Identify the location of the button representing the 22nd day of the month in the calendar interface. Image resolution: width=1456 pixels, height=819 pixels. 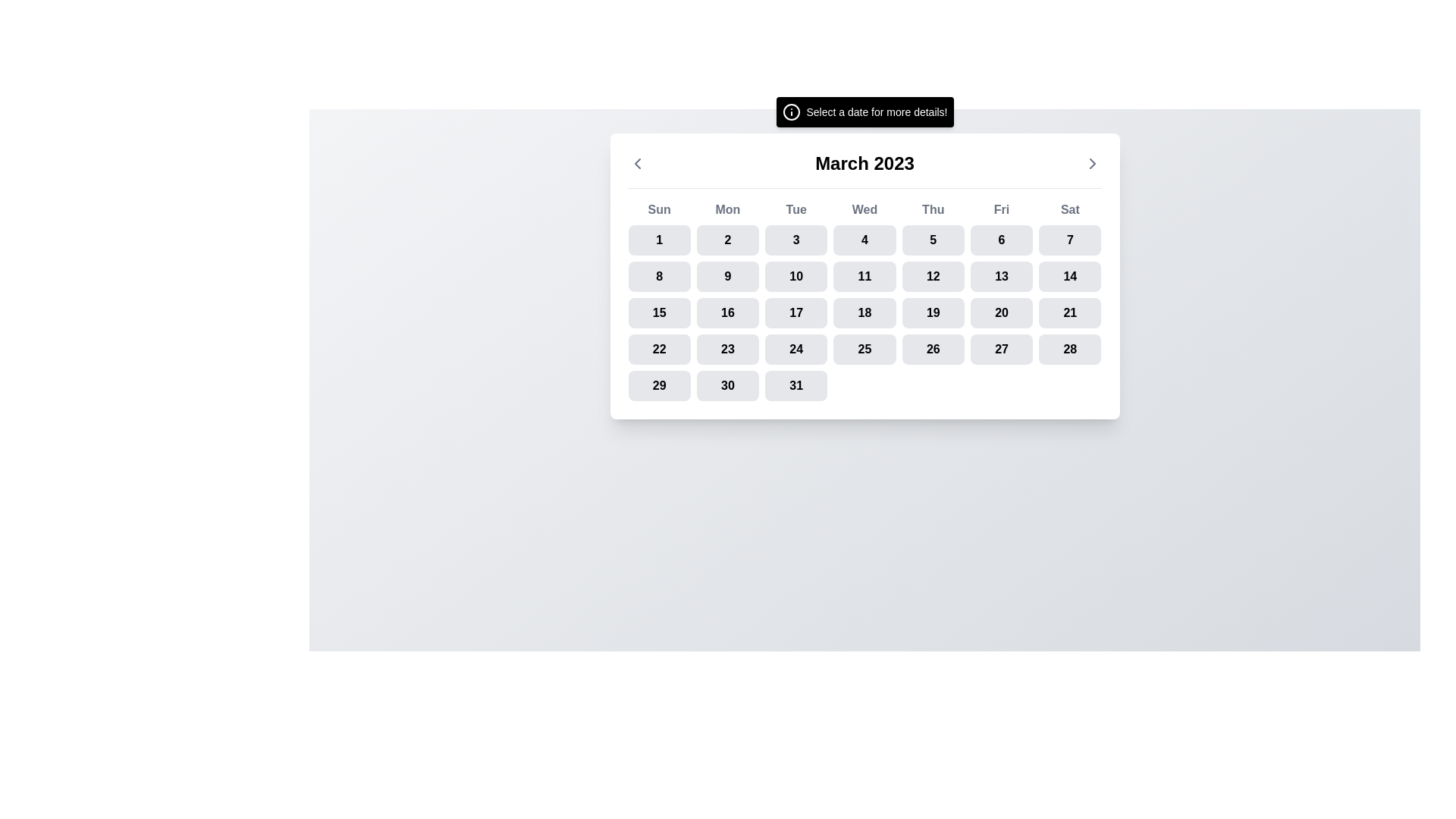
(659, 350).